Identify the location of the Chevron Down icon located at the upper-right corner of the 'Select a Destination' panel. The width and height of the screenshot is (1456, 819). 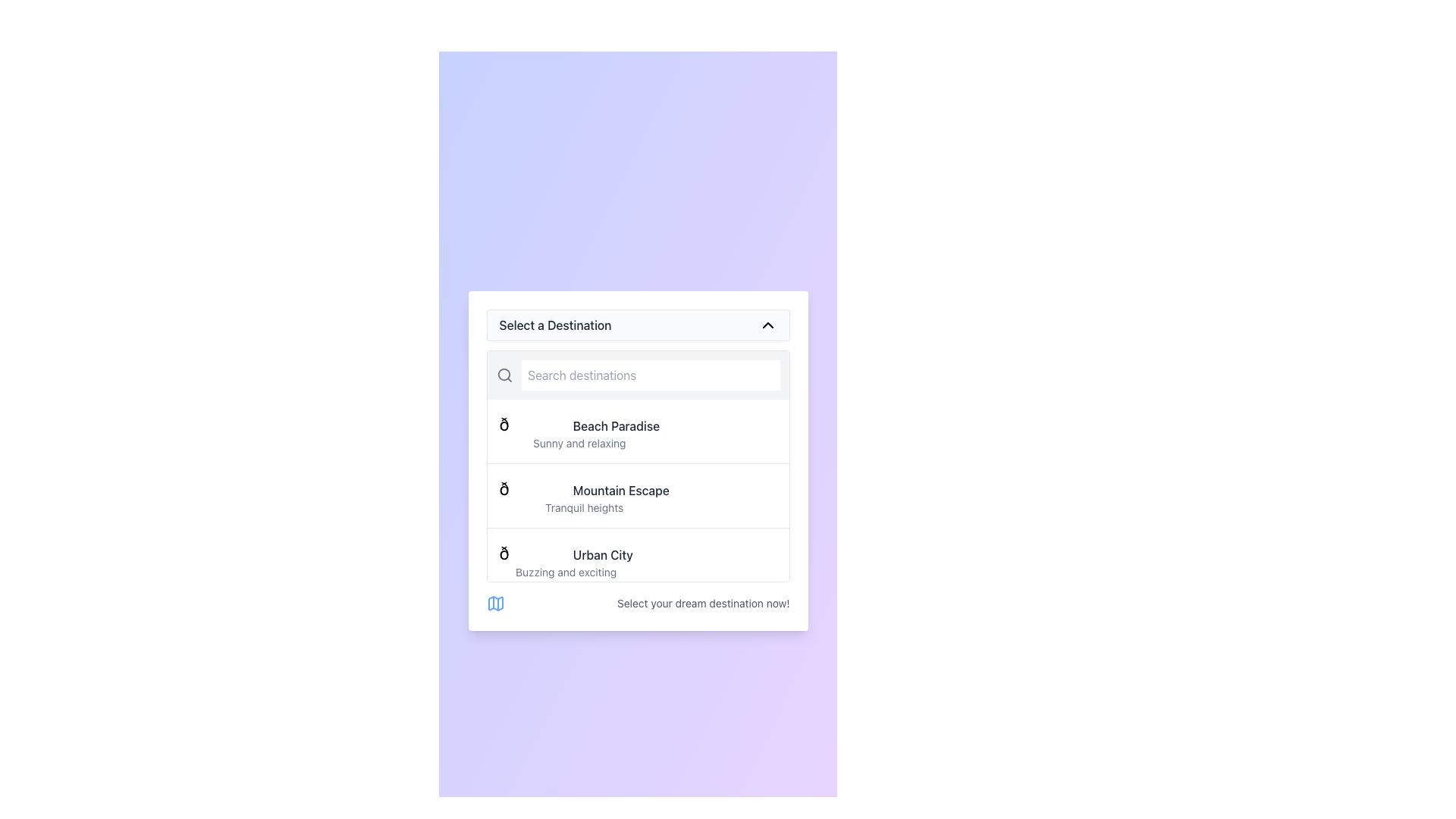
(767, 324).